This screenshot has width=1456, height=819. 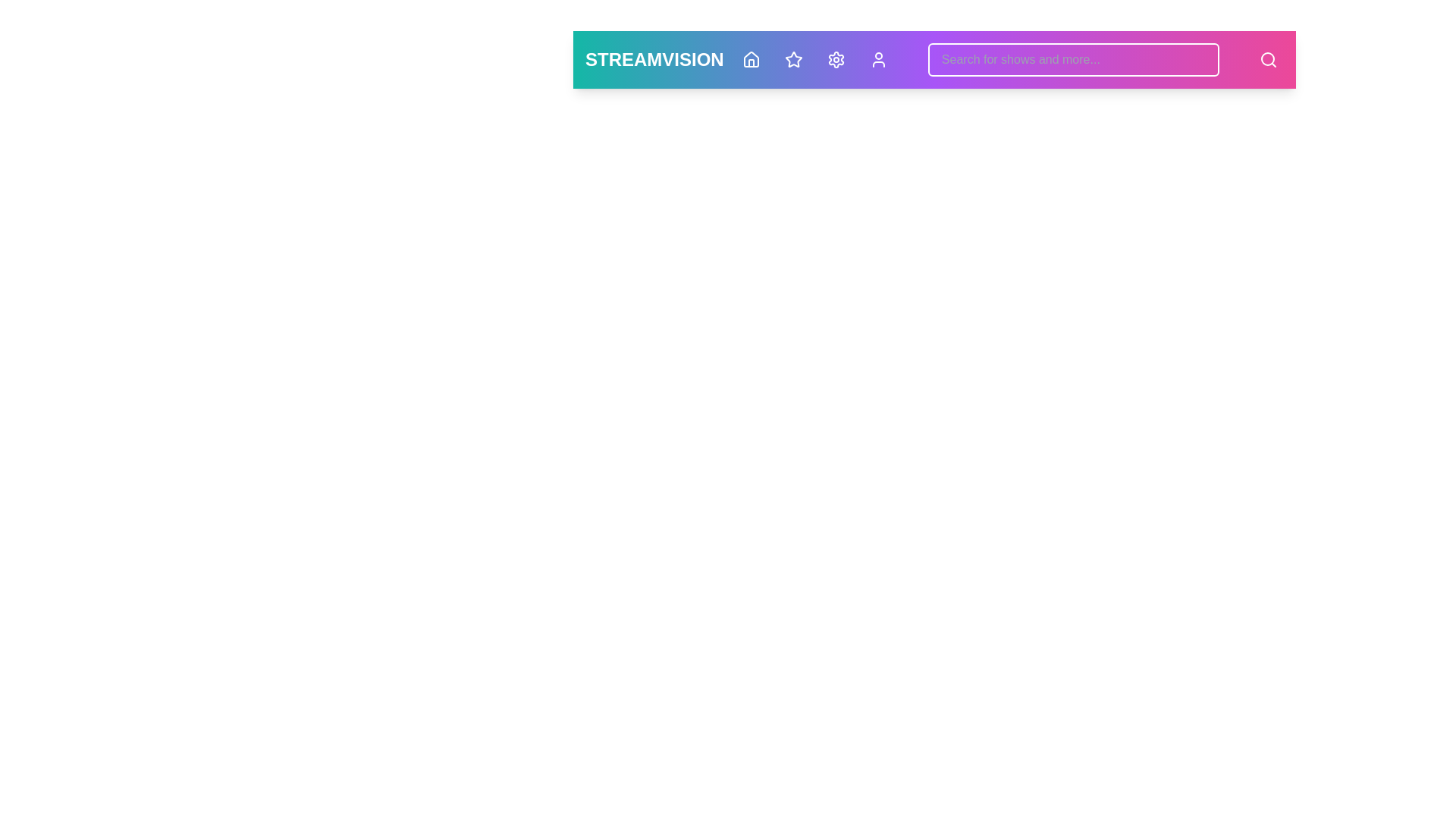 What do you see at coordinates (878, 58) in the screenshot?
I see `the user navigation button` at bounding box center [878, 58].